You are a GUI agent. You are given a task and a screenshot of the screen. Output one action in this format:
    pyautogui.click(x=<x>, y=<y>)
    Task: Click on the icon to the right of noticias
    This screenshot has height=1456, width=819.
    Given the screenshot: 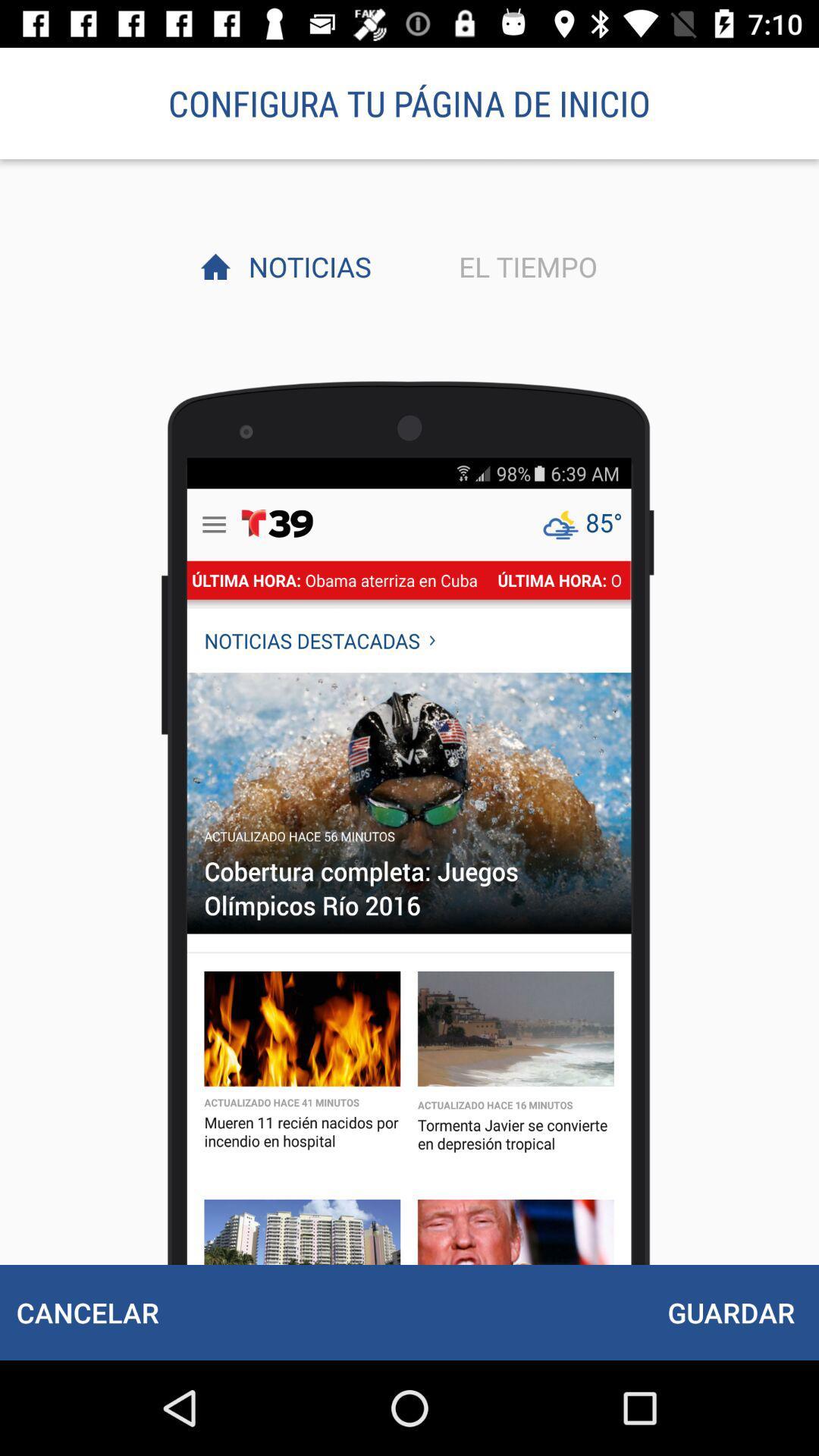 What is the action you would take?
    pyautogui.click(x=523, y=266)
    